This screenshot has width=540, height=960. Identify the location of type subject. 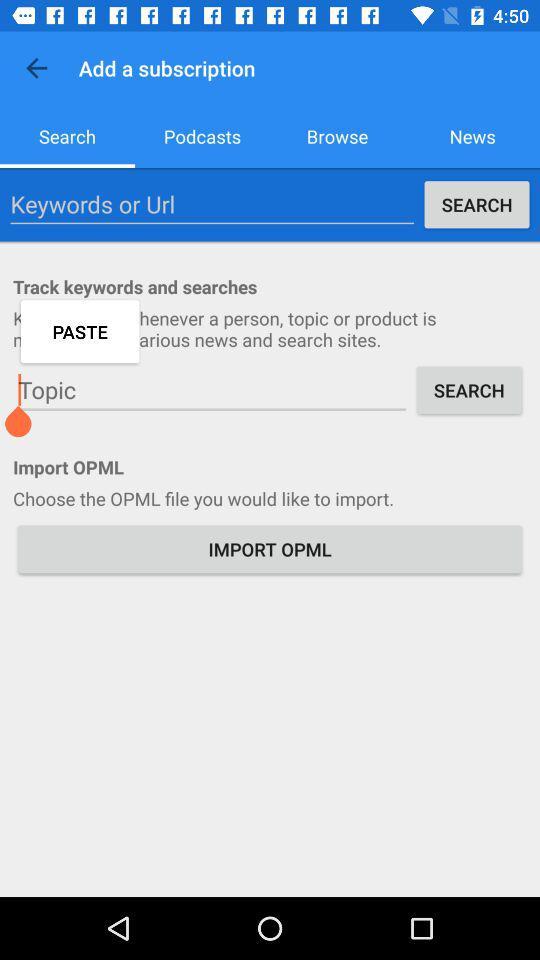
(211, 389).